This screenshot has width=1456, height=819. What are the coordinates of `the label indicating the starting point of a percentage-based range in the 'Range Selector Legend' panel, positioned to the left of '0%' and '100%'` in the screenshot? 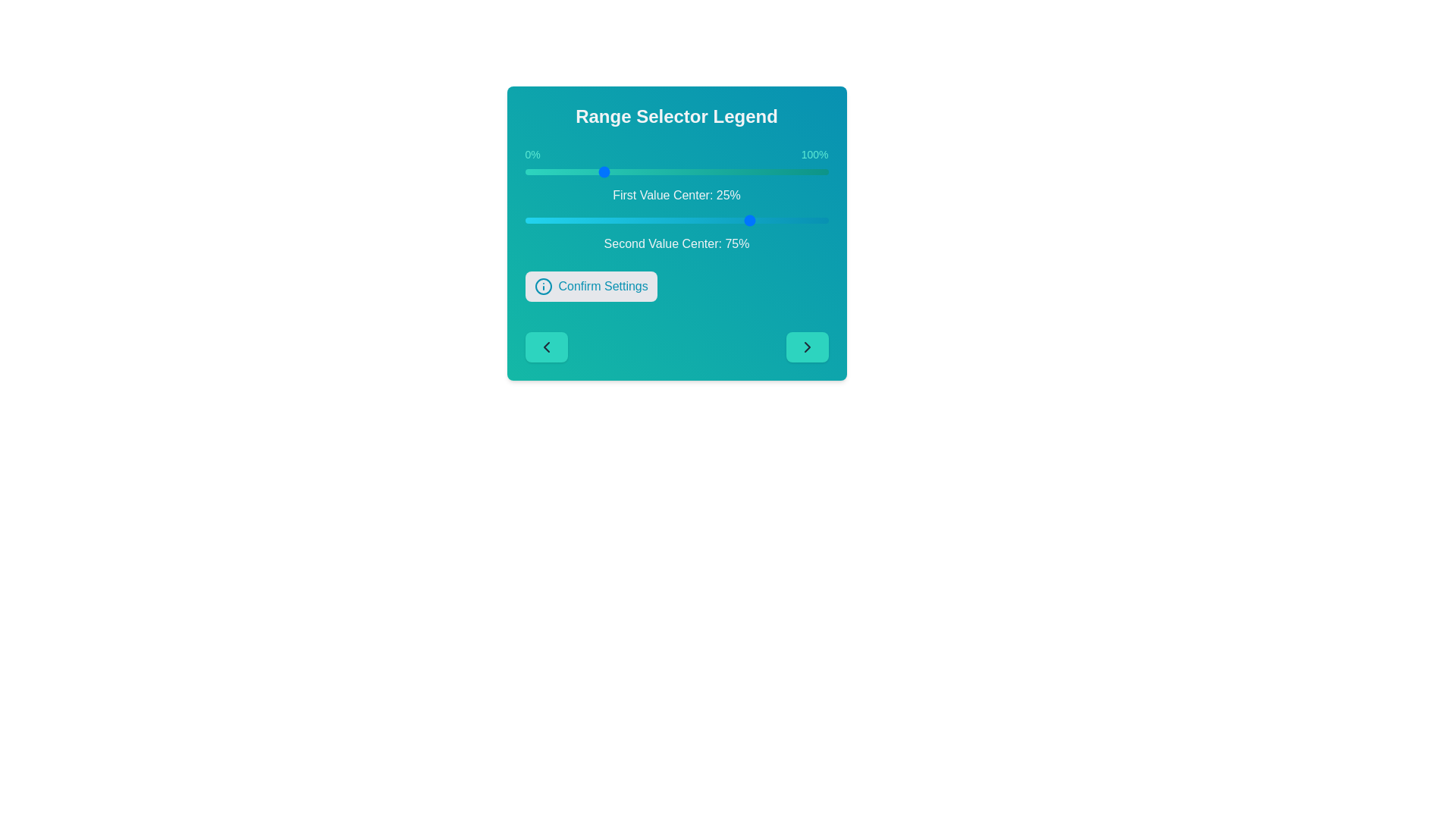 It's located at (532, 155).